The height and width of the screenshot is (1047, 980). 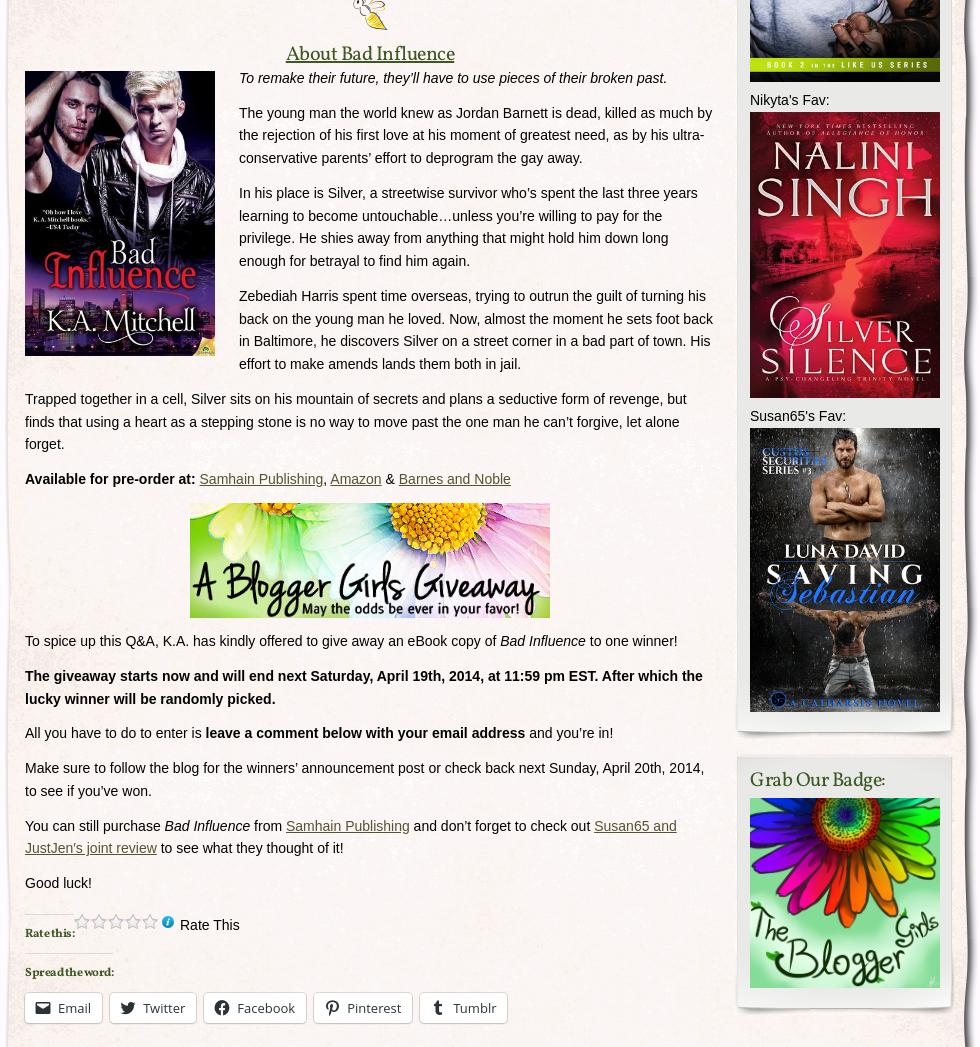 I want to click on 'and you’re in!', so click(x=568, y=733).